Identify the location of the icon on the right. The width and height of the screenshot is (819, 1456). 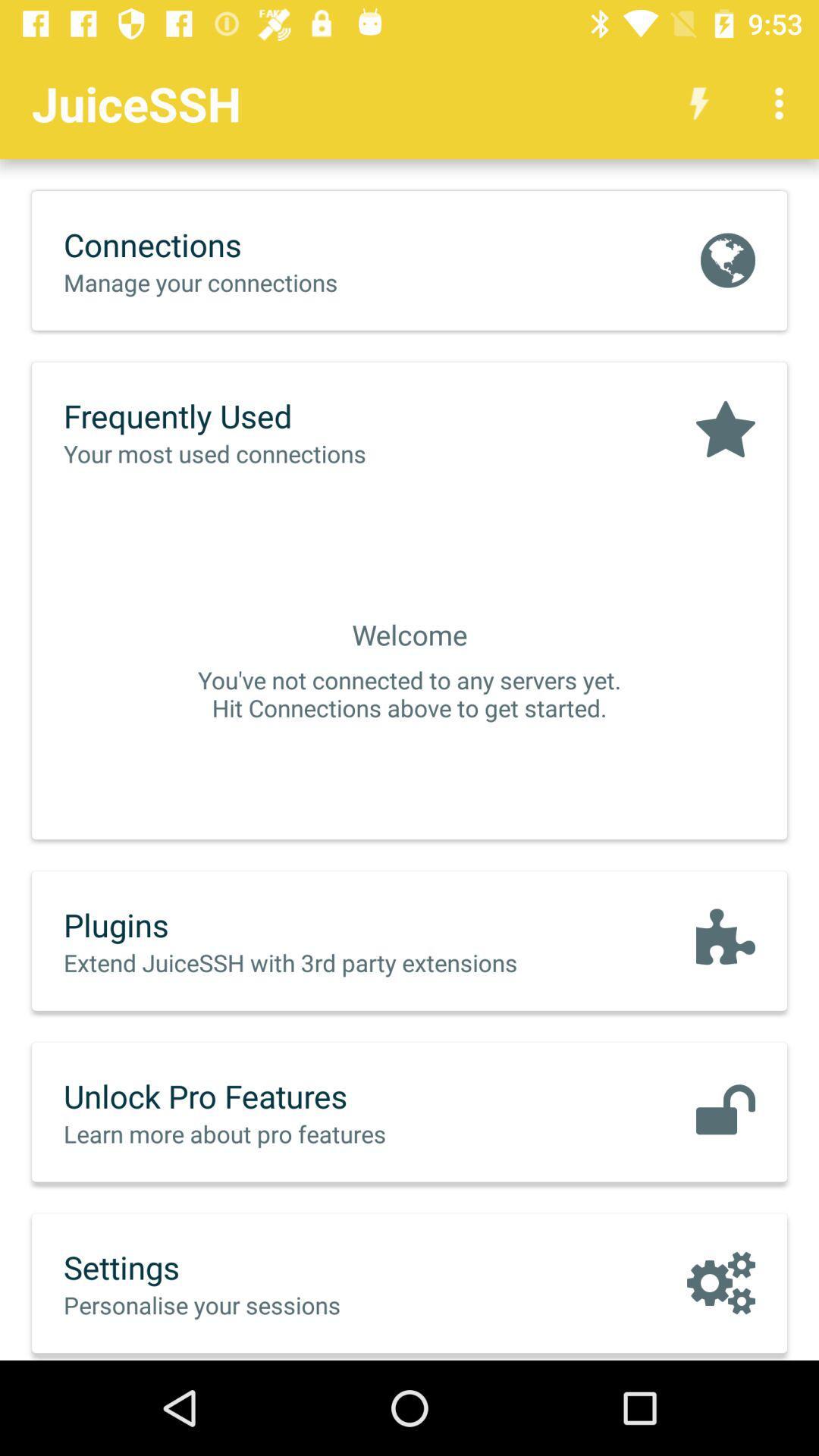
(724, 940).